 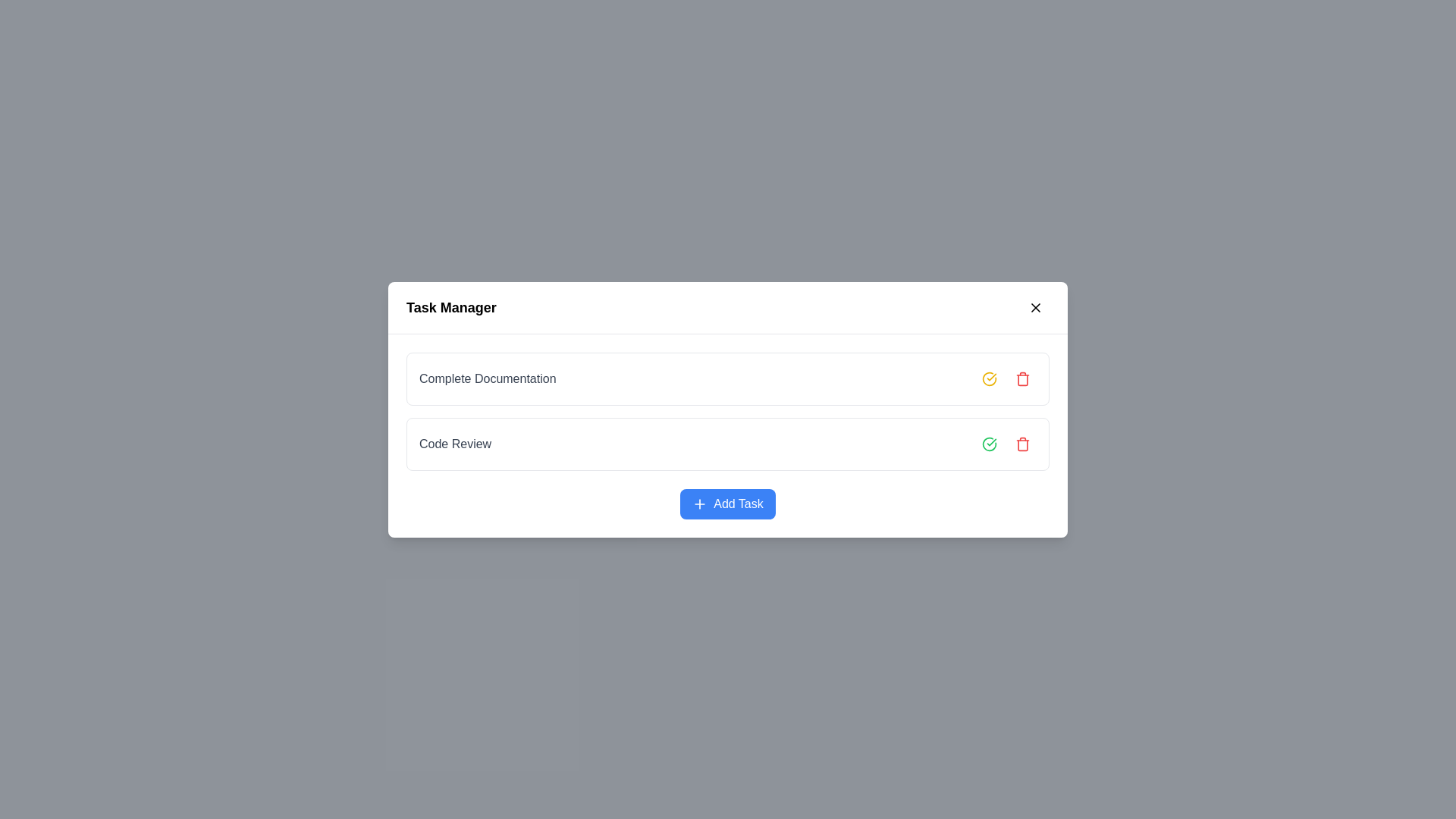 What do you see at coordinates (488, 378) in the screenshot?
I see `the text label that displays the title or description of the first task in the task manager interface, which is located above the 'Code Review' task block` at bounding box center [488, 378].